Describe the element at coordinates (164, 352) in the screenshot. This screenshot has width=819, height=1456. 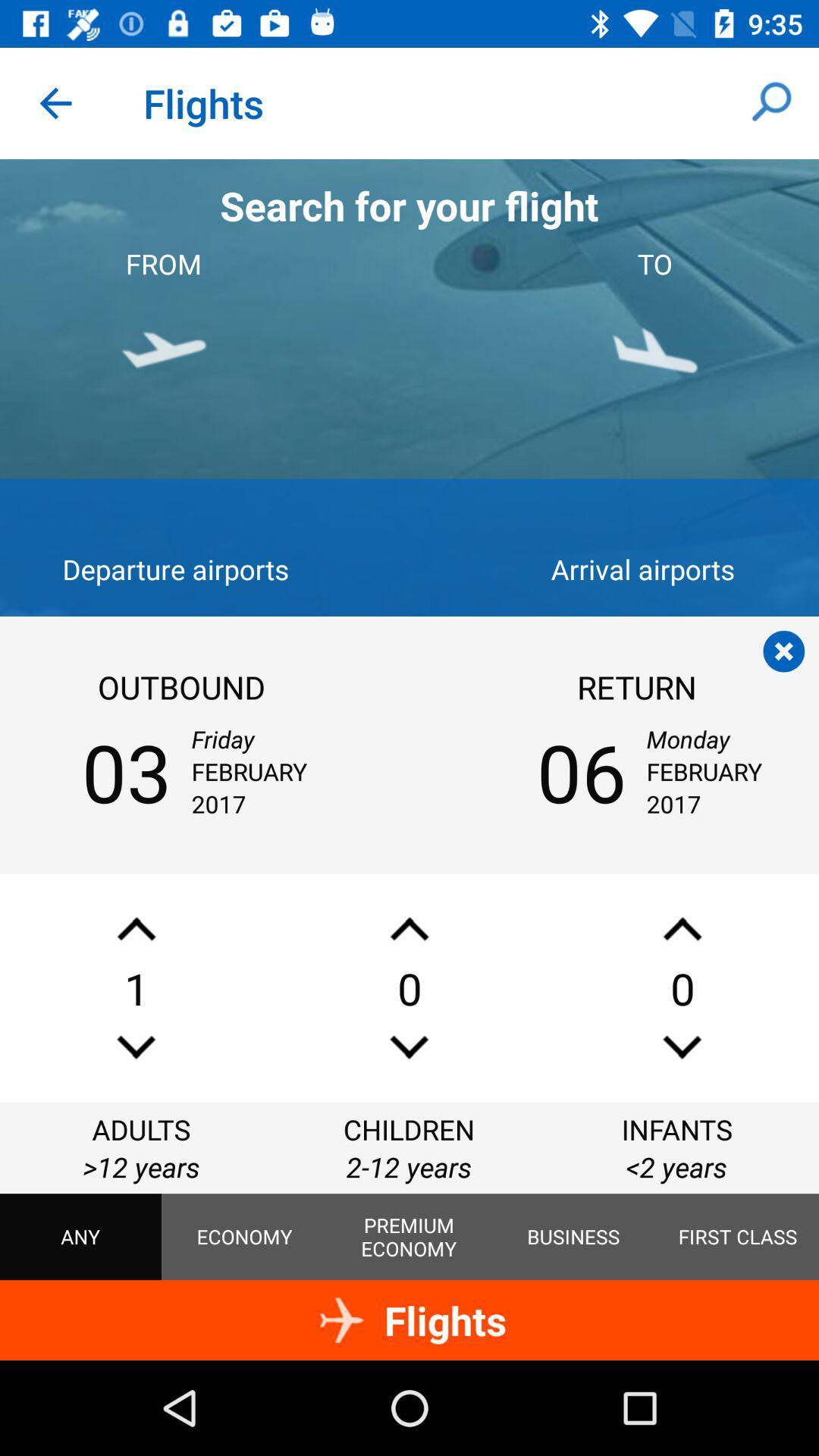
I see `the plane icon shown below from in the image shown at the top` at that location.